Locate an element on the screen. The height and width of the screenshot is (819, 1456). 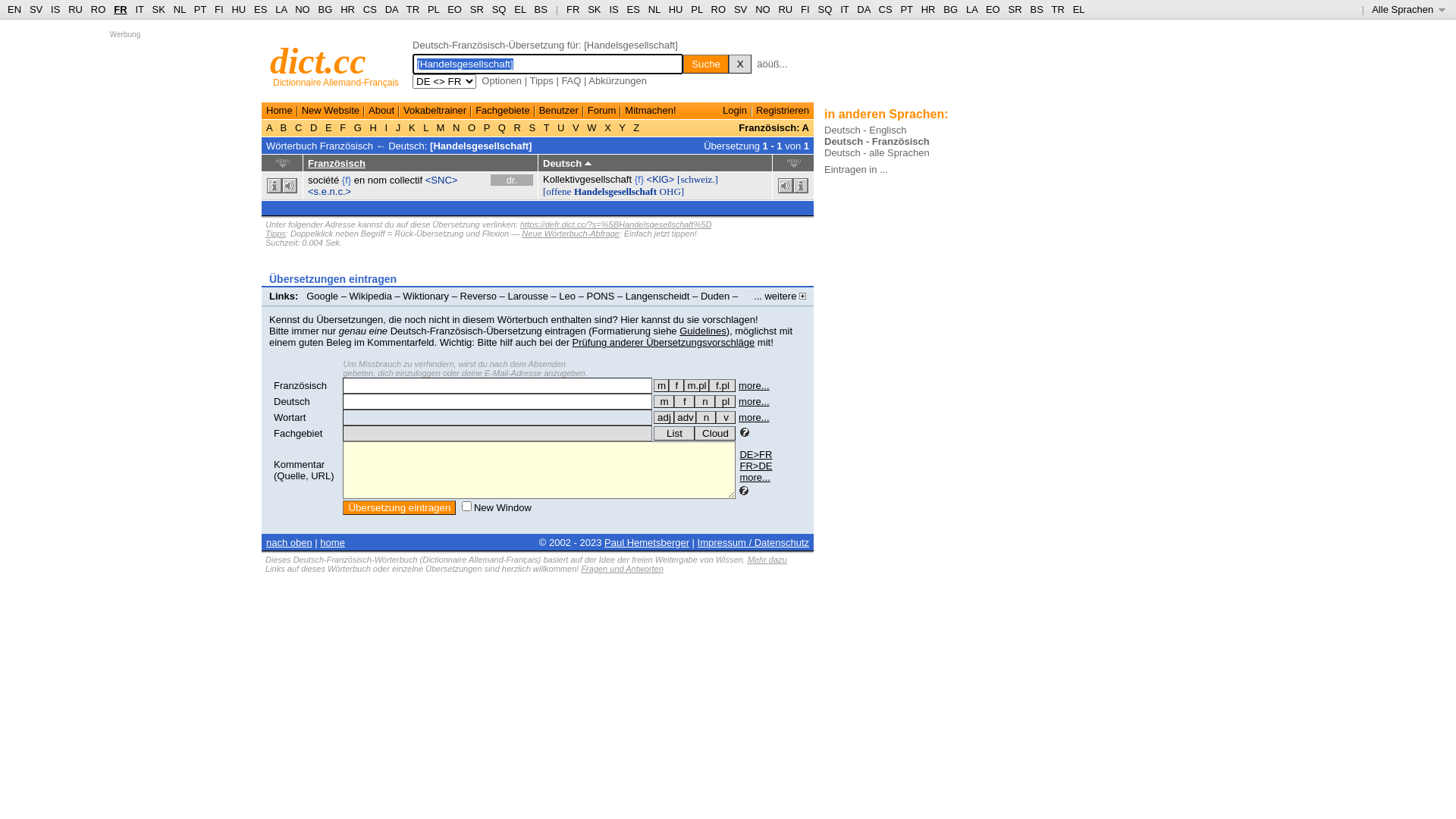
'Larousse' is located at coordinates (527, 296).